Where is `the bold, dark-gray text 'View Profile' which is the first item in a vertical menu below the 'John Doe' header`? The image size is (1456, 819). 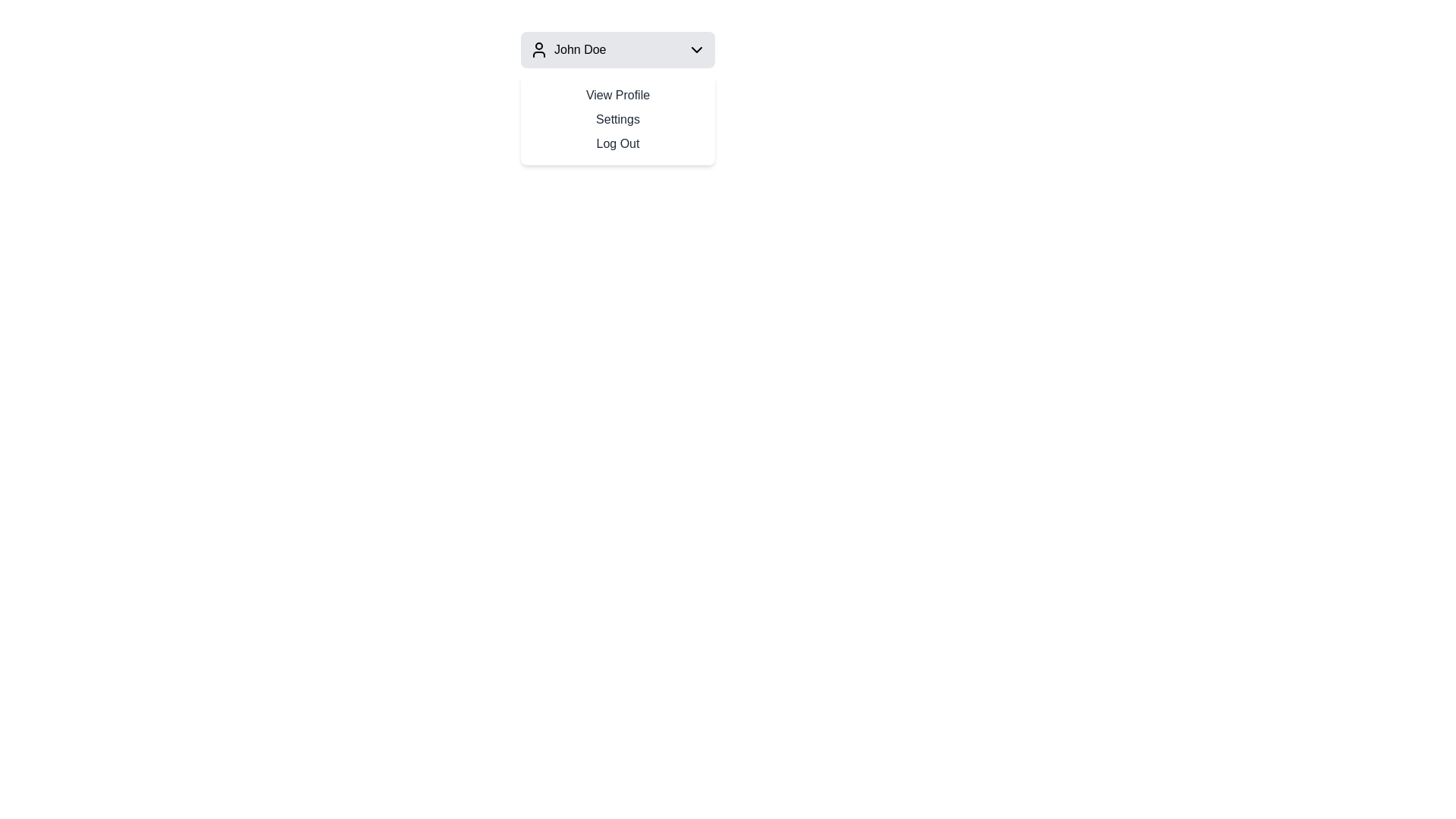 the bold, dark-gray text 'View Profile' which is the first item in a vertical menu below the 'John Doe' header is located at coordinates (618, 96).